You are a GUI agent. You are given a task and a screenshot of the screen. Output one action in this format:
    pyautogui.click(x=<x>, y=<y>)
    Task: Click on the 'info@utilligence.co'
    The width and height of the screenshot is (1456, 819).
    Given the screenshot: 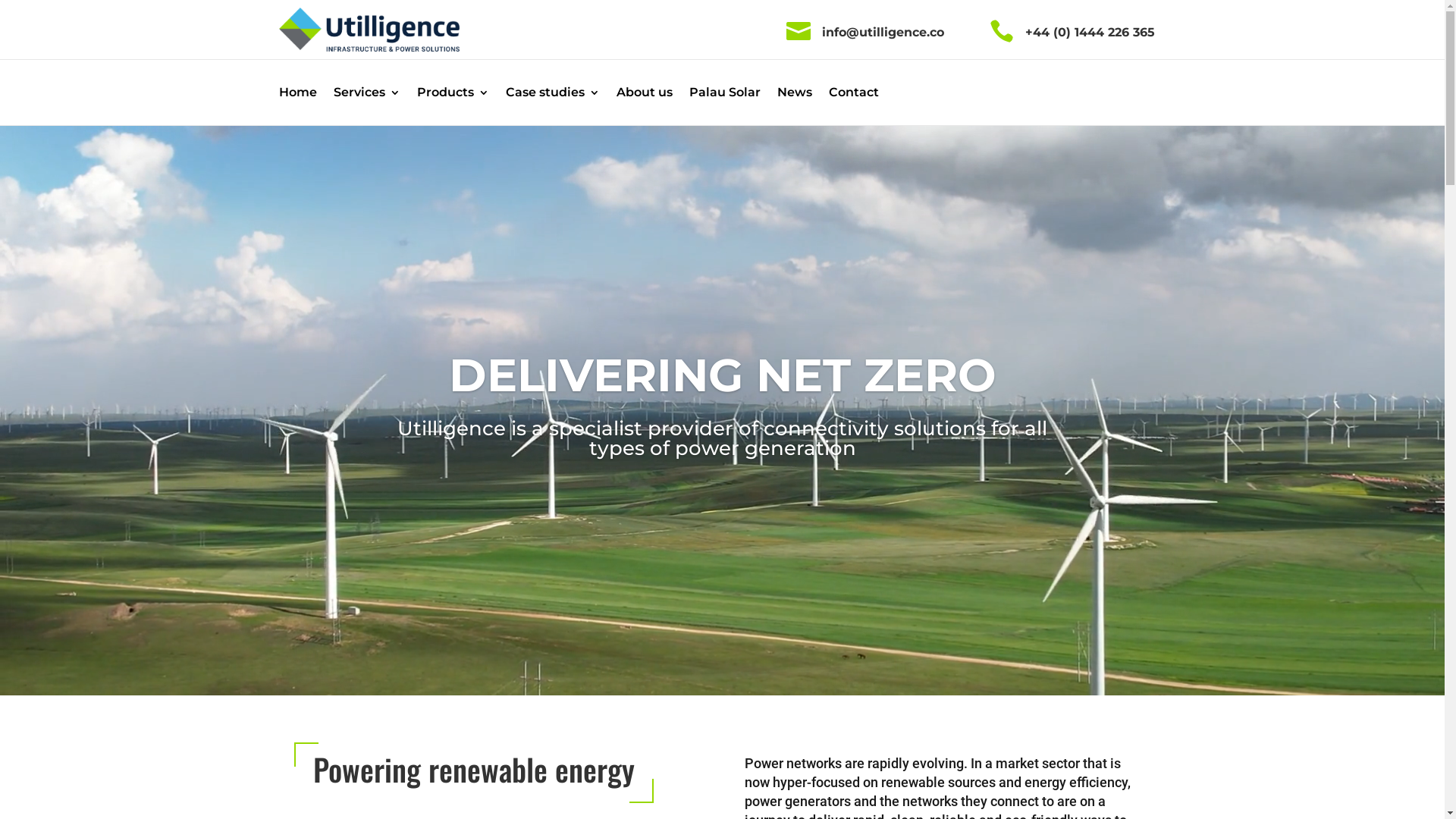 What is the action you would take?
    pyautogui.click(x=883, y=32)
    